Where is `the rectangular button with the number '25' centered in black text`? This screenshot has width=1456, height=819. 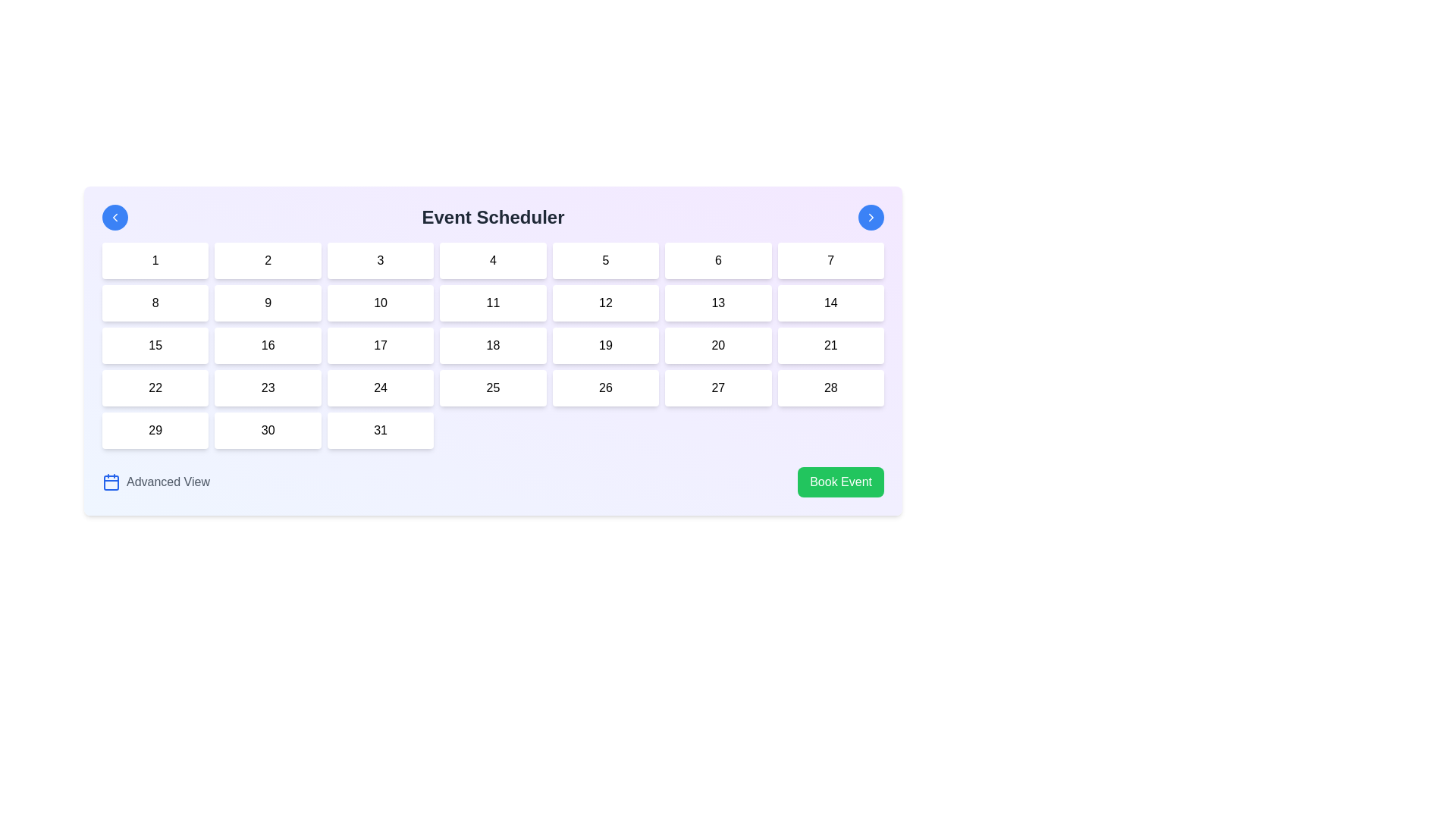
the rectangular button with the number '25' centered in black text is located at coordinates (493, 388).